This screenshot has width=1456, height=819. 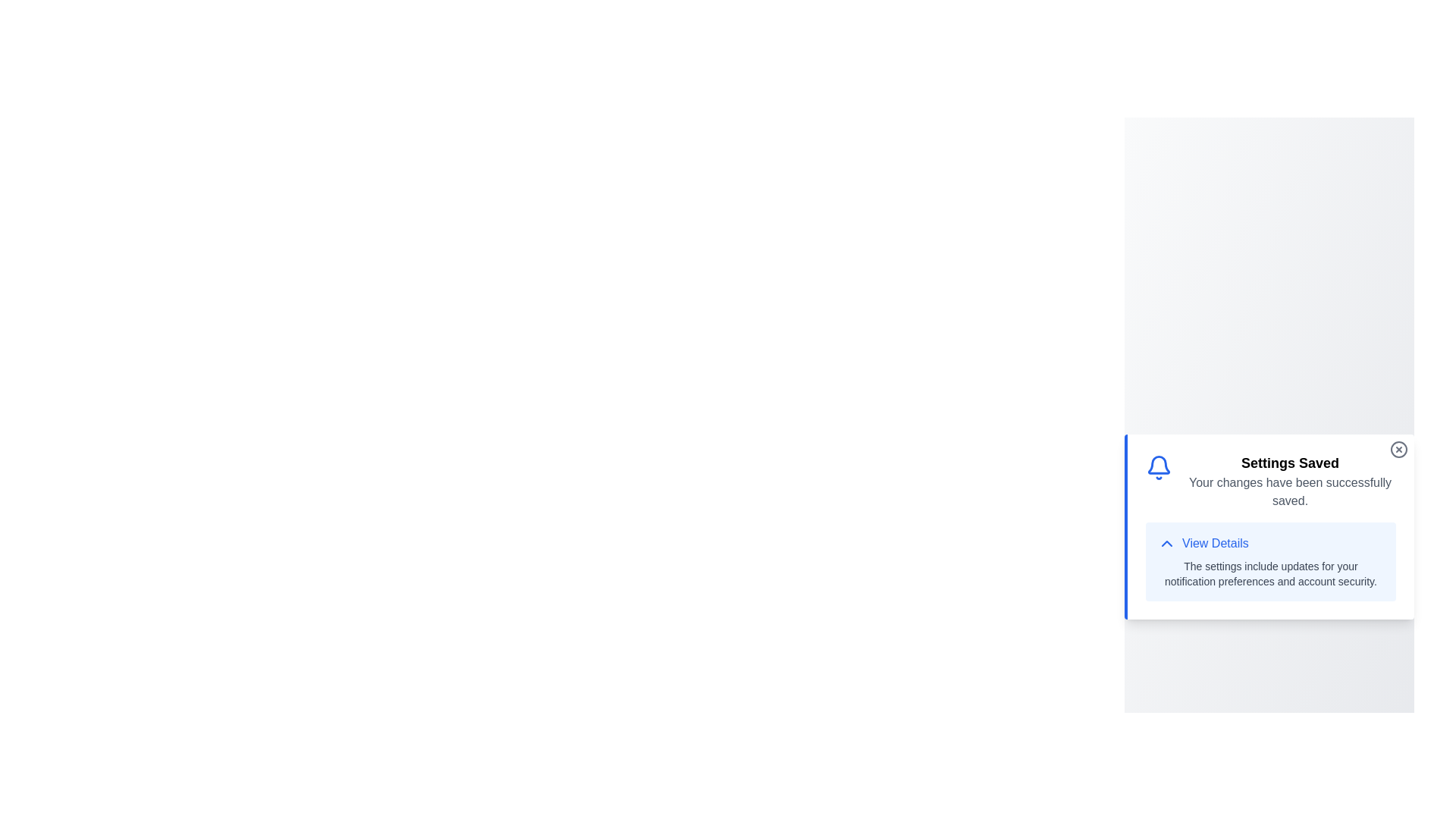 What do you see at coordinates (1202, 543) in the screenshot?
I see `the 'View Details' button to toggle the visibility of additional details` at bounding box center [1202, 543].